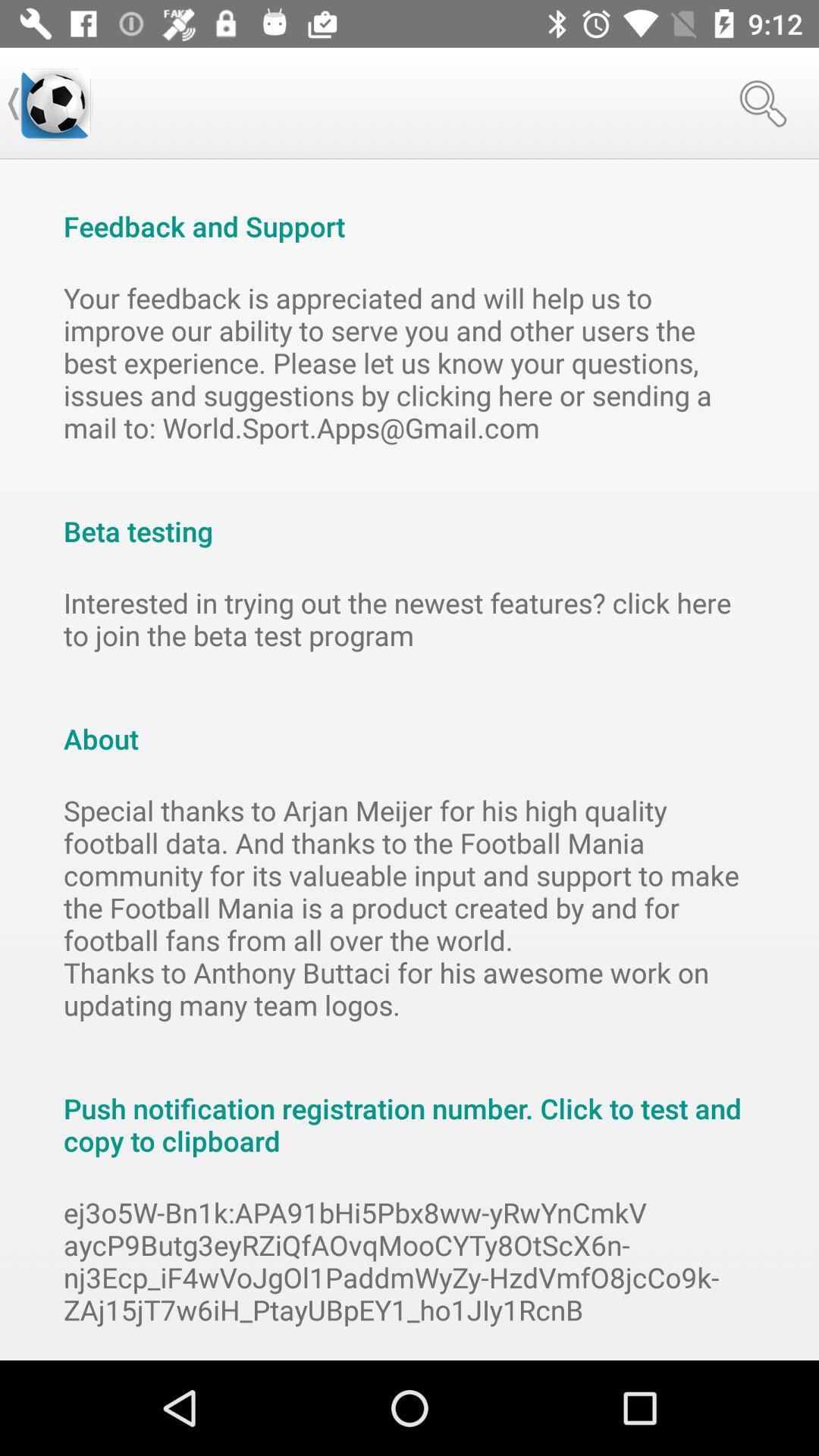 This screenshot has height=1456, width=819. What do you see at coordinates (55, 102) in the screenshot?
I see `item at the top left corner` at bounding box center [55, 102].